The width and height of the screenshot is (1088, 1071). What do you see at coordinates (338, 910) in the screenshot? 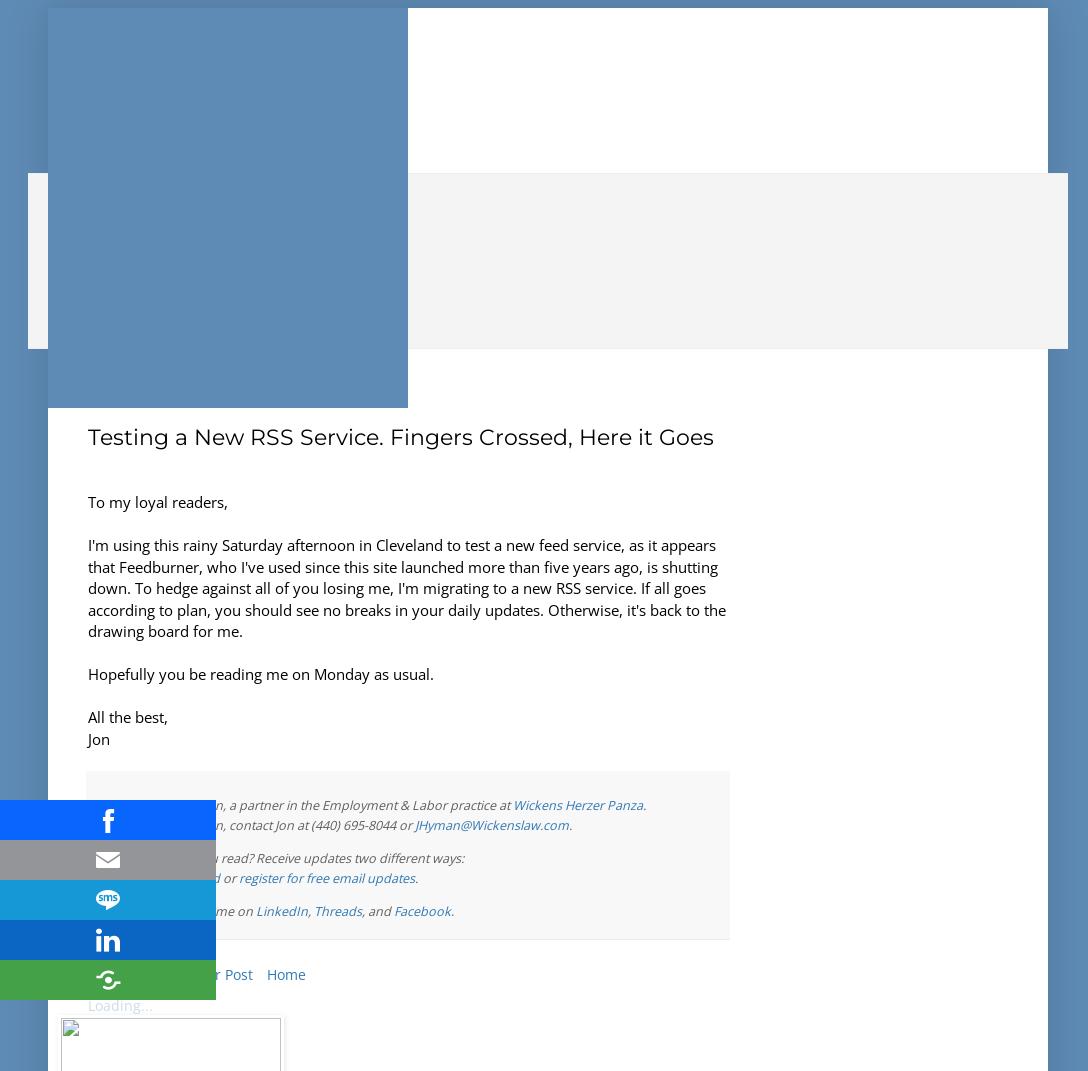
I see `'Threads'` at bounding box center [338, 910].